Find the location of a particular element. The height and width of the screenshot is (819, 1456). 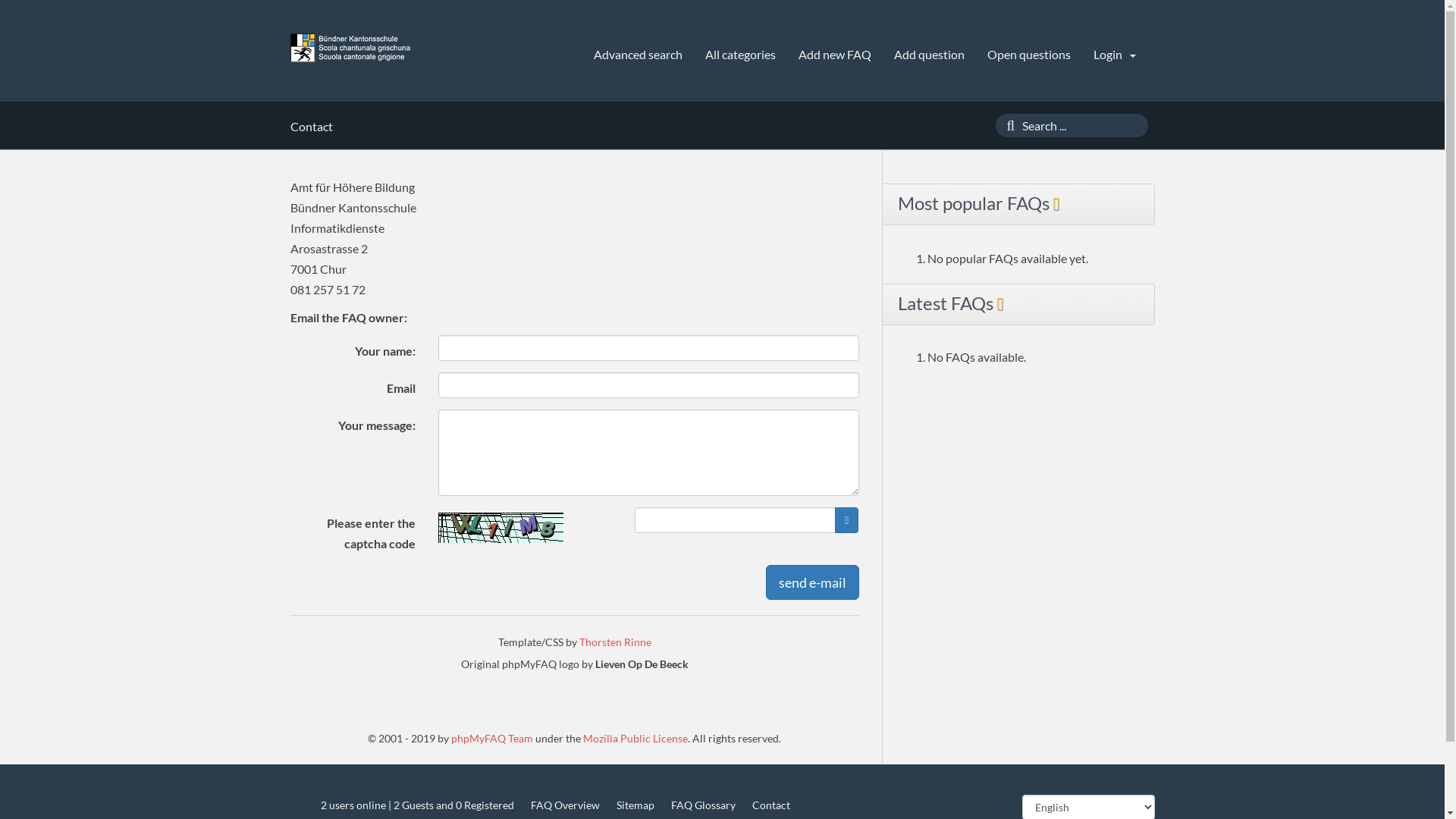

'phpMyFAQ Team' is located at coordinates (491, 738).